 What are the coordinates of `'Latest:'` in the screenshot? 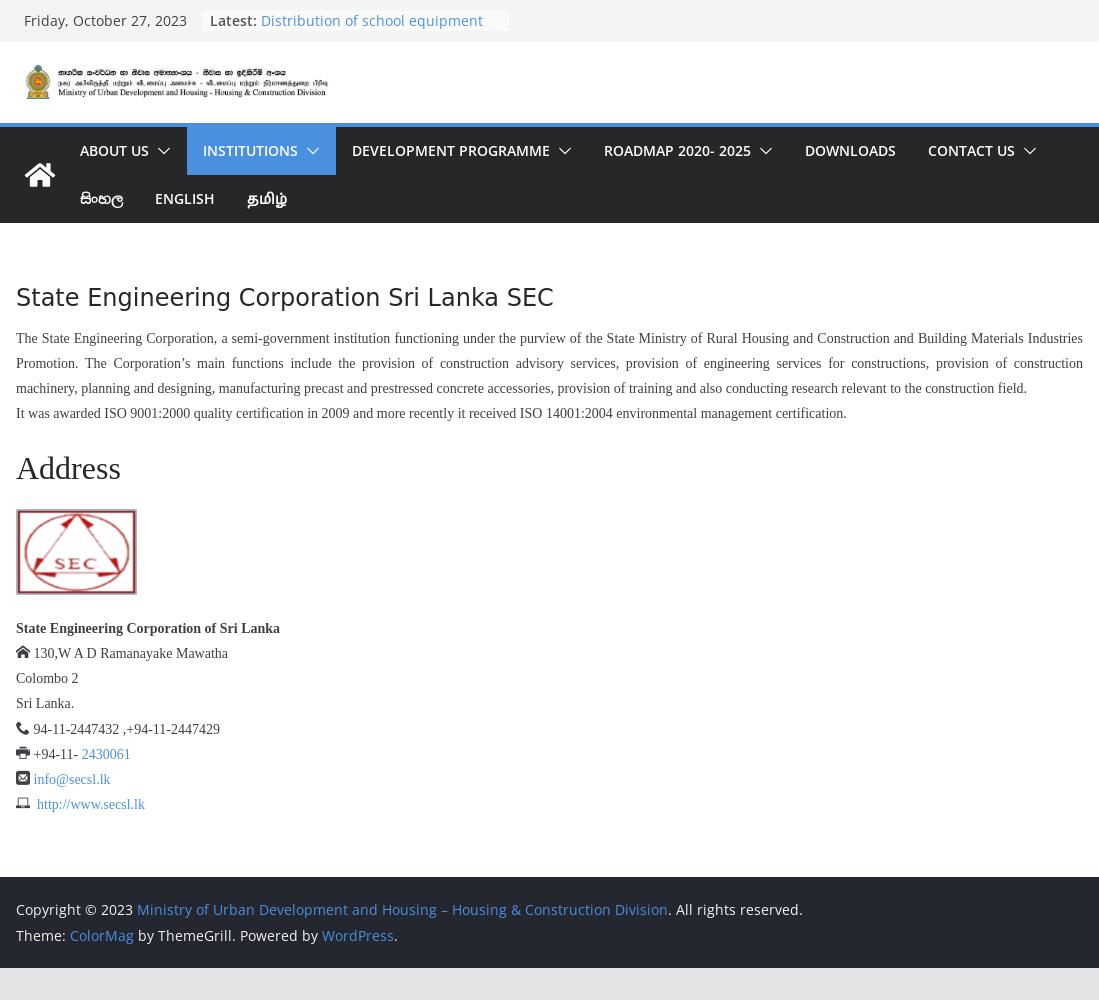 It's located at (232, 19).